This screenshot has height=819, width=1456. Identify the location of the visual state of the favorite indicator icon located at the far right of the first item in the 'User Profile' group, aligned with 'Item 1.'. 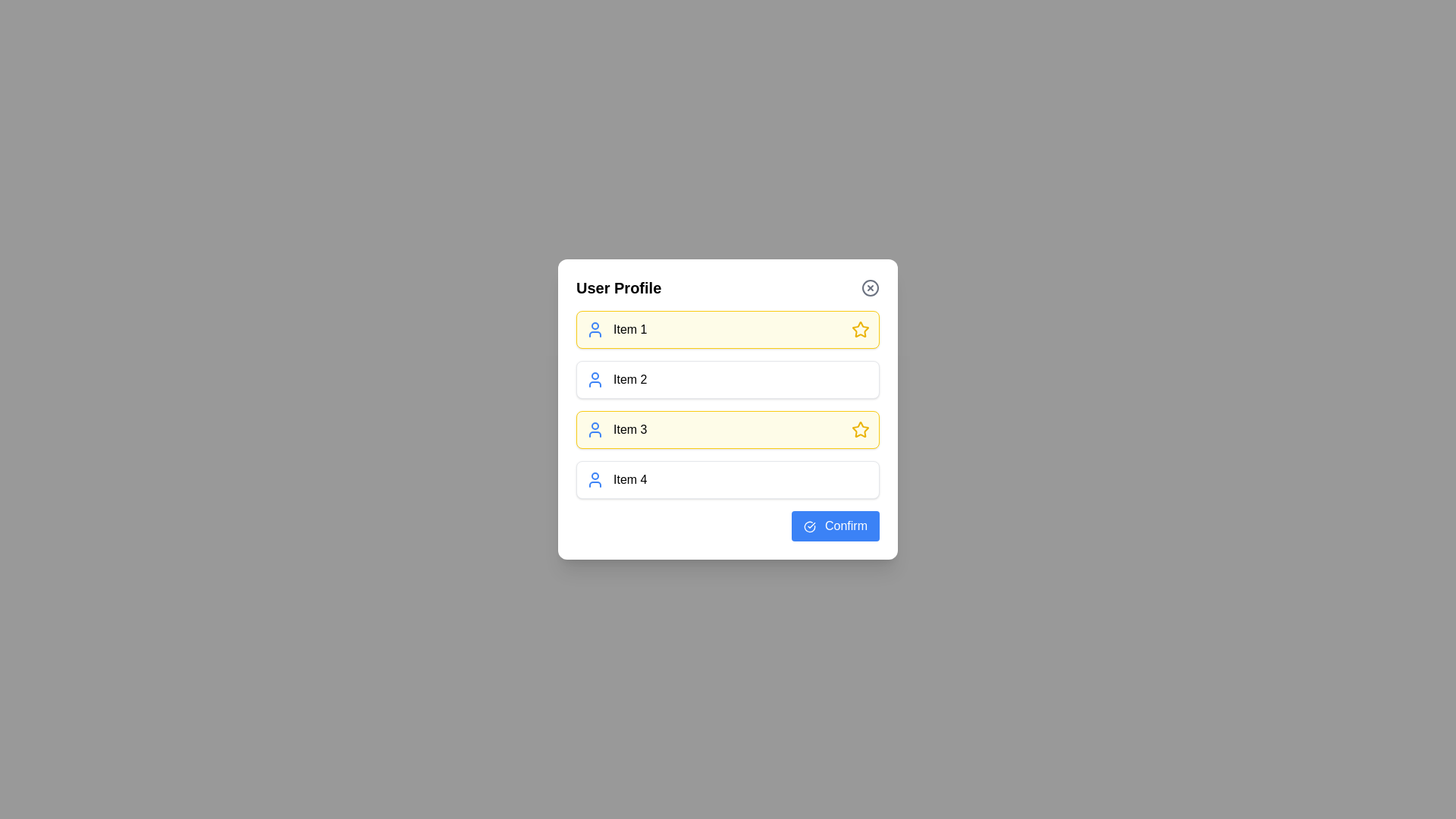
(860, 329).